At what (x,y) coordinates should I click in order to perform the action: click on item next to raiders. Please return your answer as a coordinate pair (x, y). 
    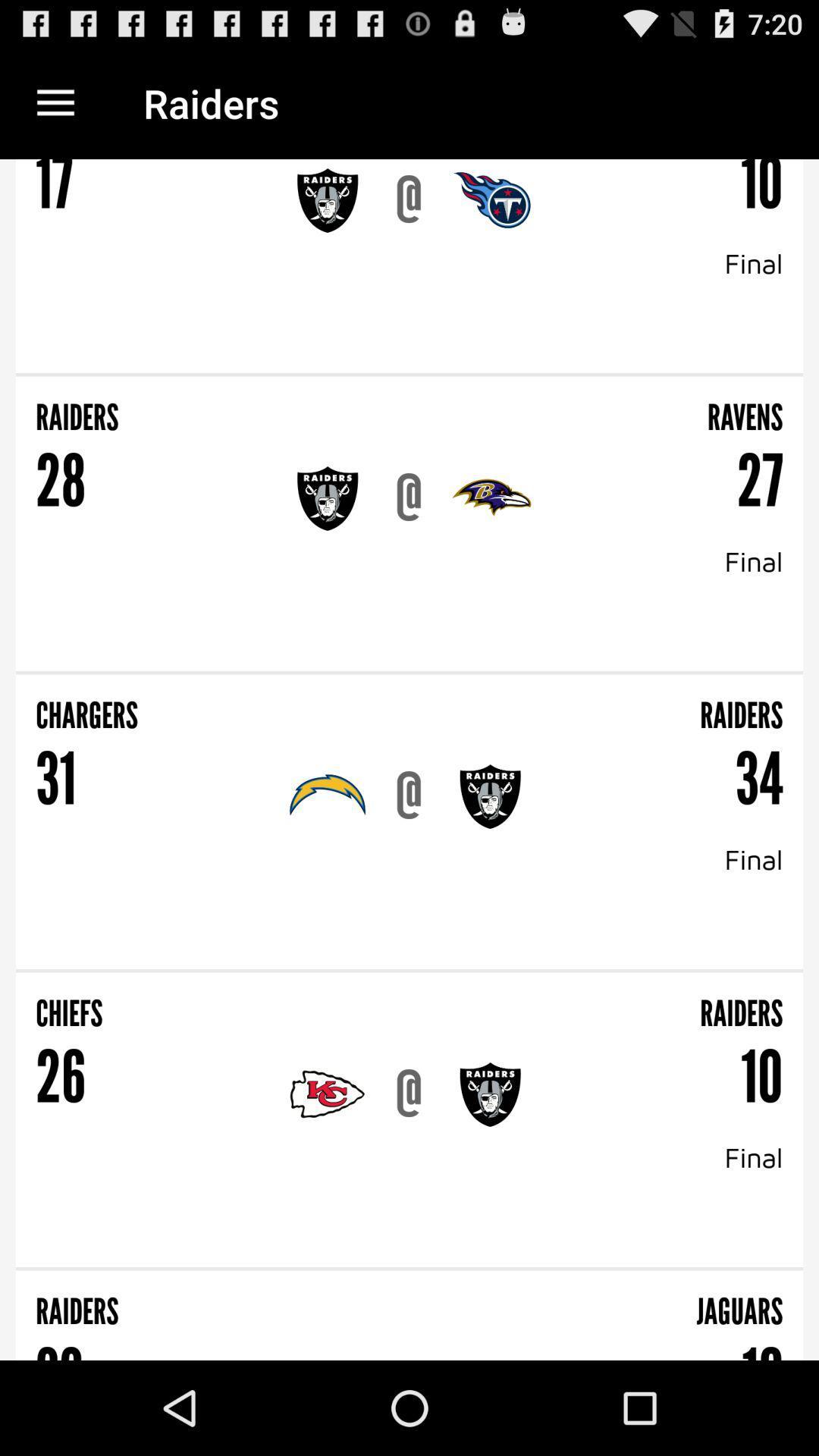
    Looking at the image, I should click on (227, 704).